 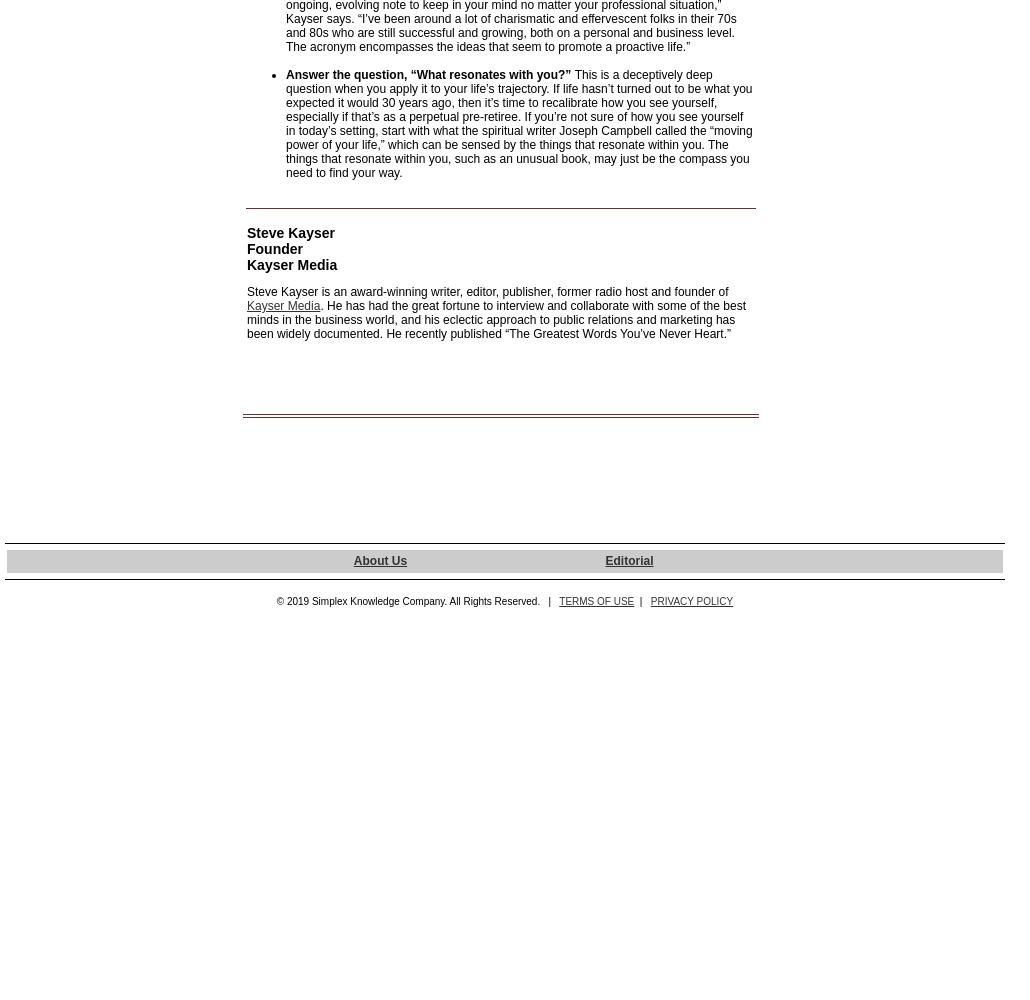 What do you see at coordinates (628, 561) in the screenshot?
I see `'Editorial'` at bounding box center [628, 561].